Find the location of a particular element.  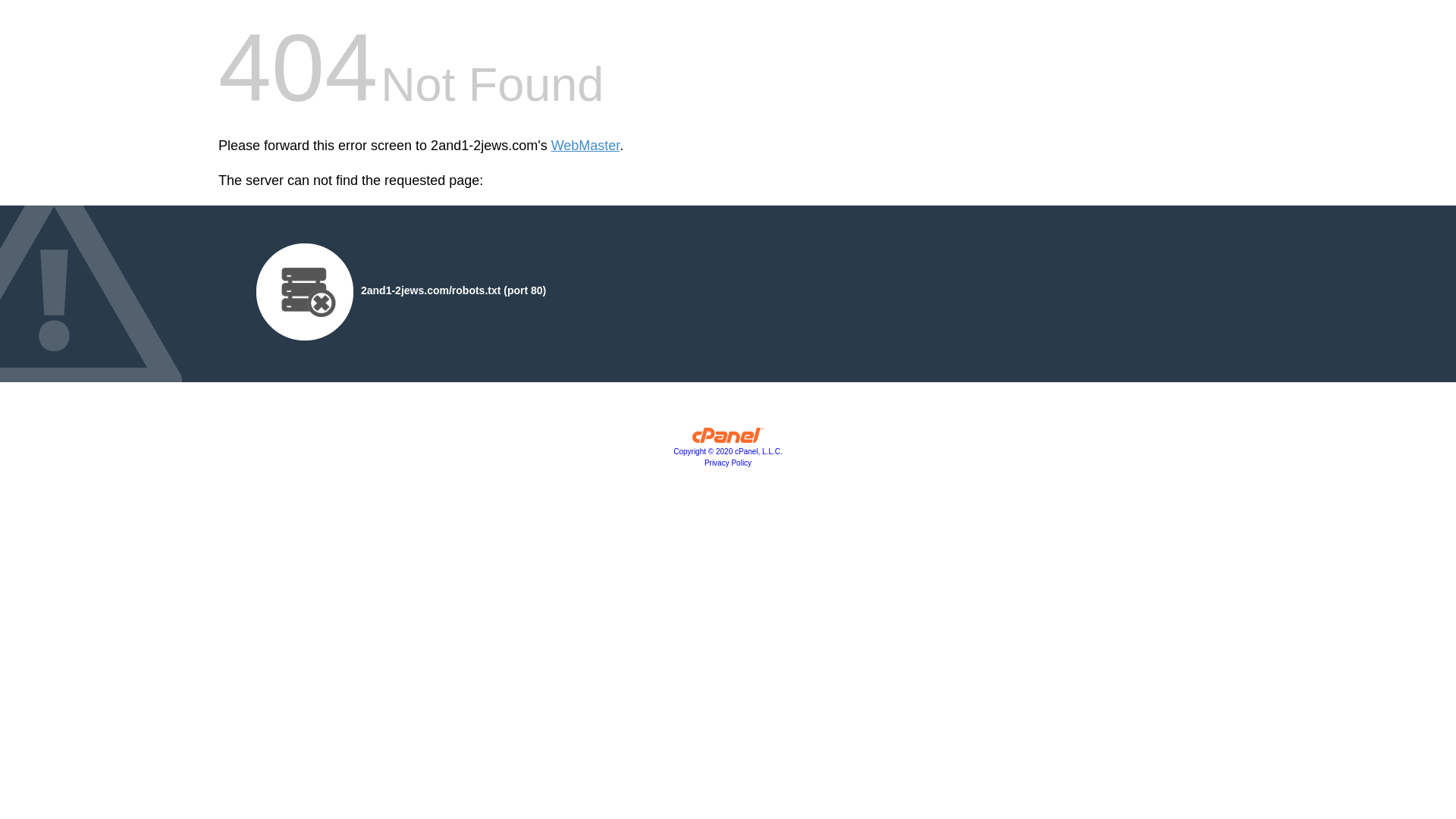

'WebMaster' is located at coordinates (585, 146).